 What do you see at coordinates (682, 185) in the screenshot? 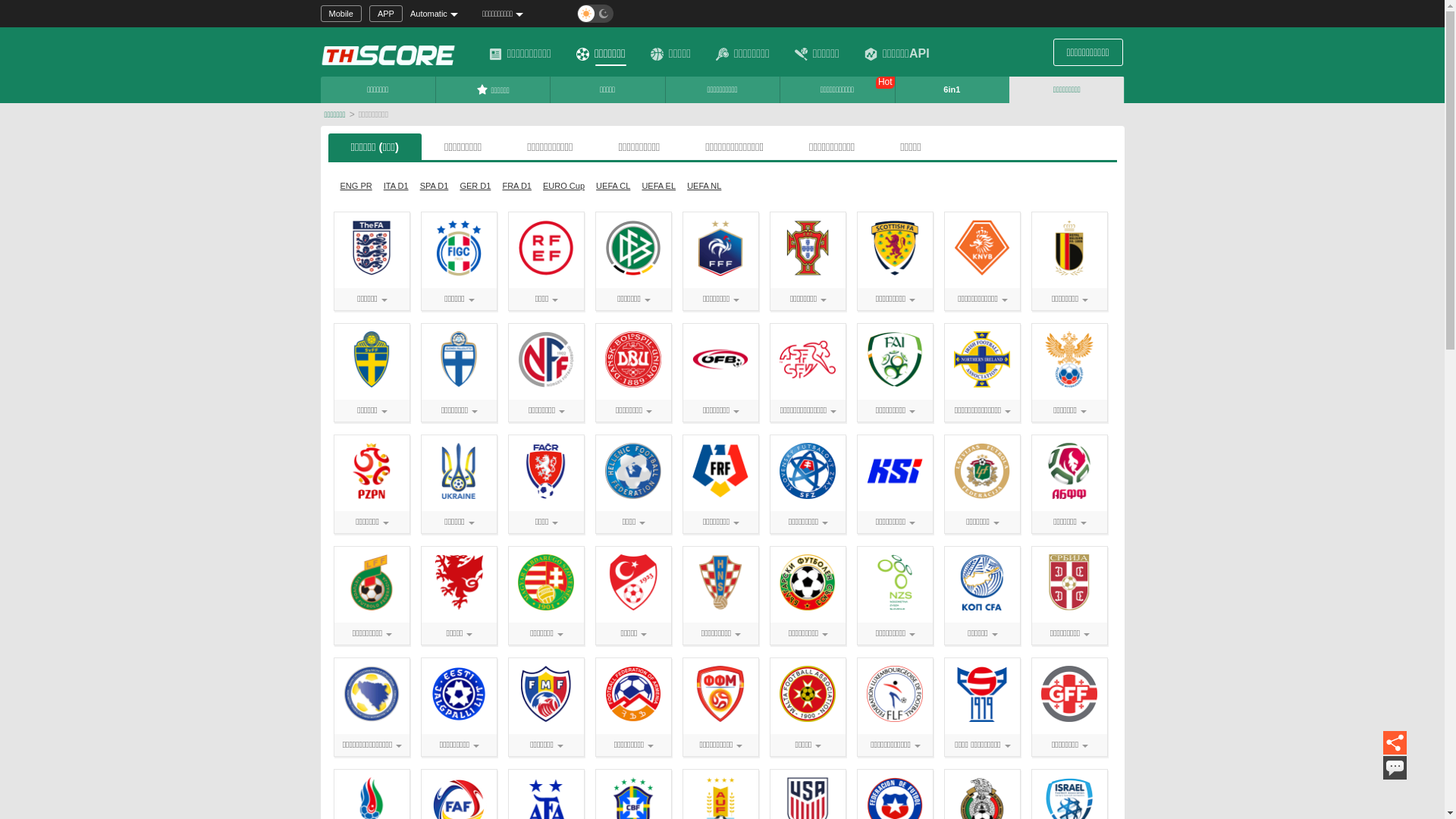
I see `'UEFA NL'` at bounding box center [682, 185].